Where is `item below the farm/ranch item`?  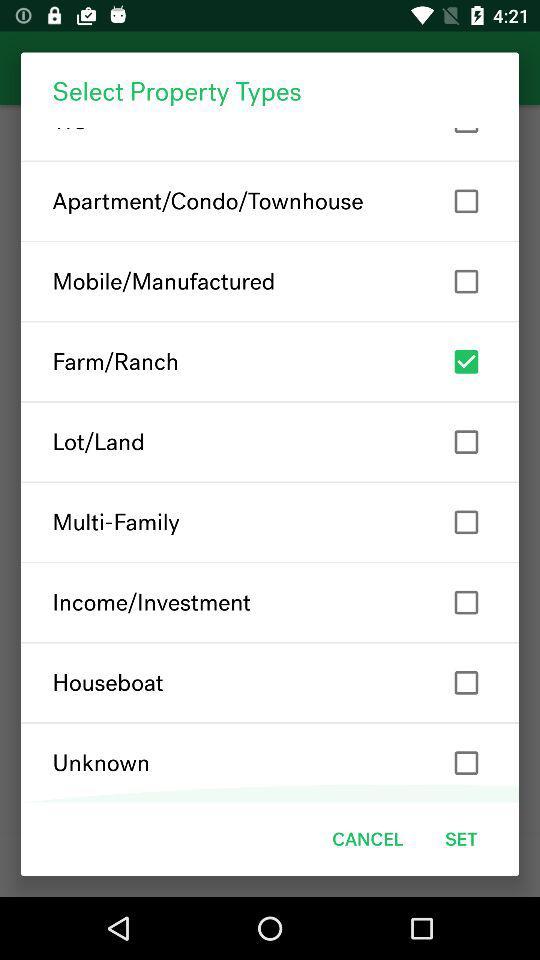
item below the farm/ranch item is located at coordinates (270, 442).